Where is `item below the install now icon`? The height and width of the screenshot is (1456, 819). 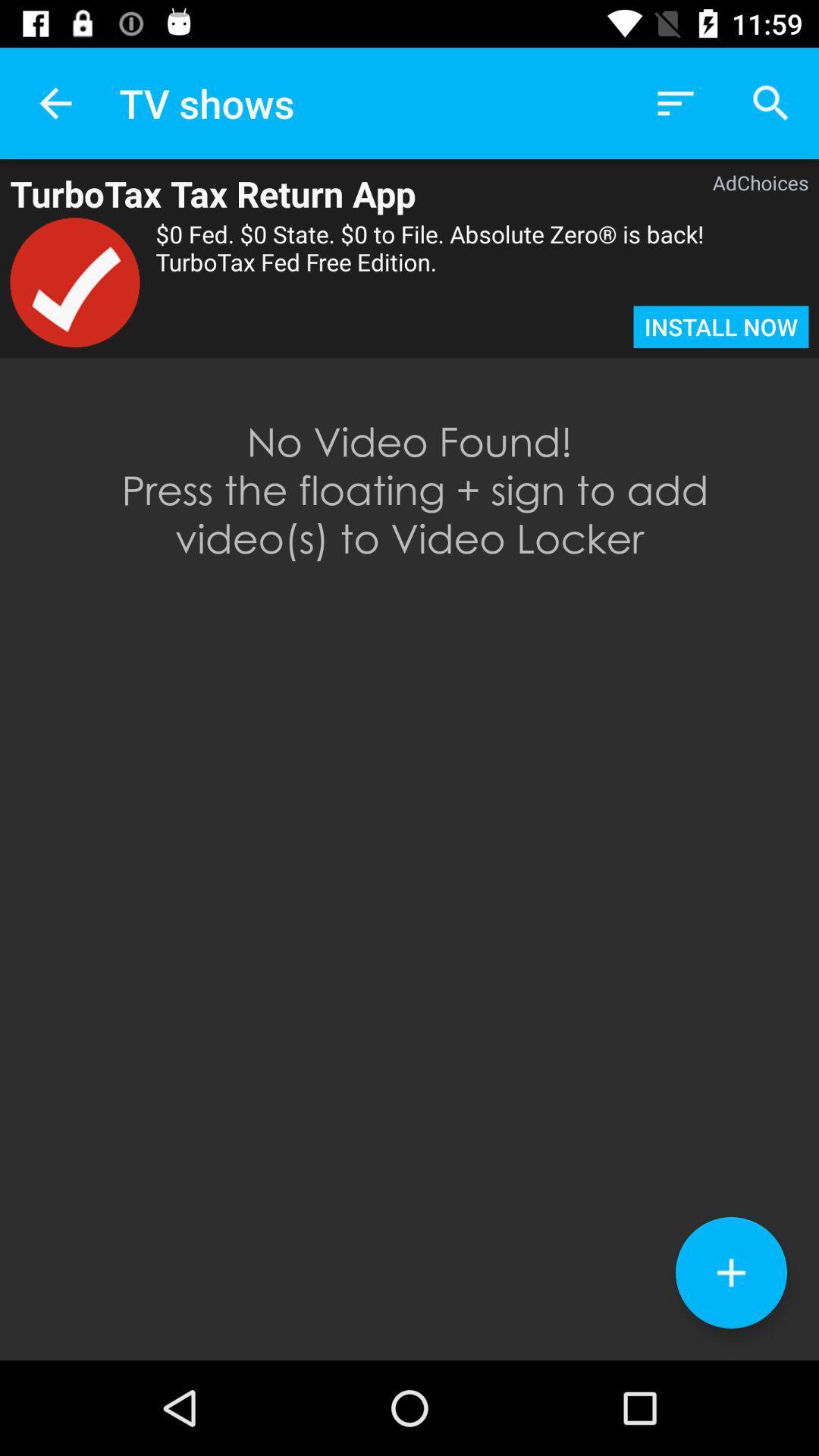 item below the install now icon is located at coordinates (730, 1272).